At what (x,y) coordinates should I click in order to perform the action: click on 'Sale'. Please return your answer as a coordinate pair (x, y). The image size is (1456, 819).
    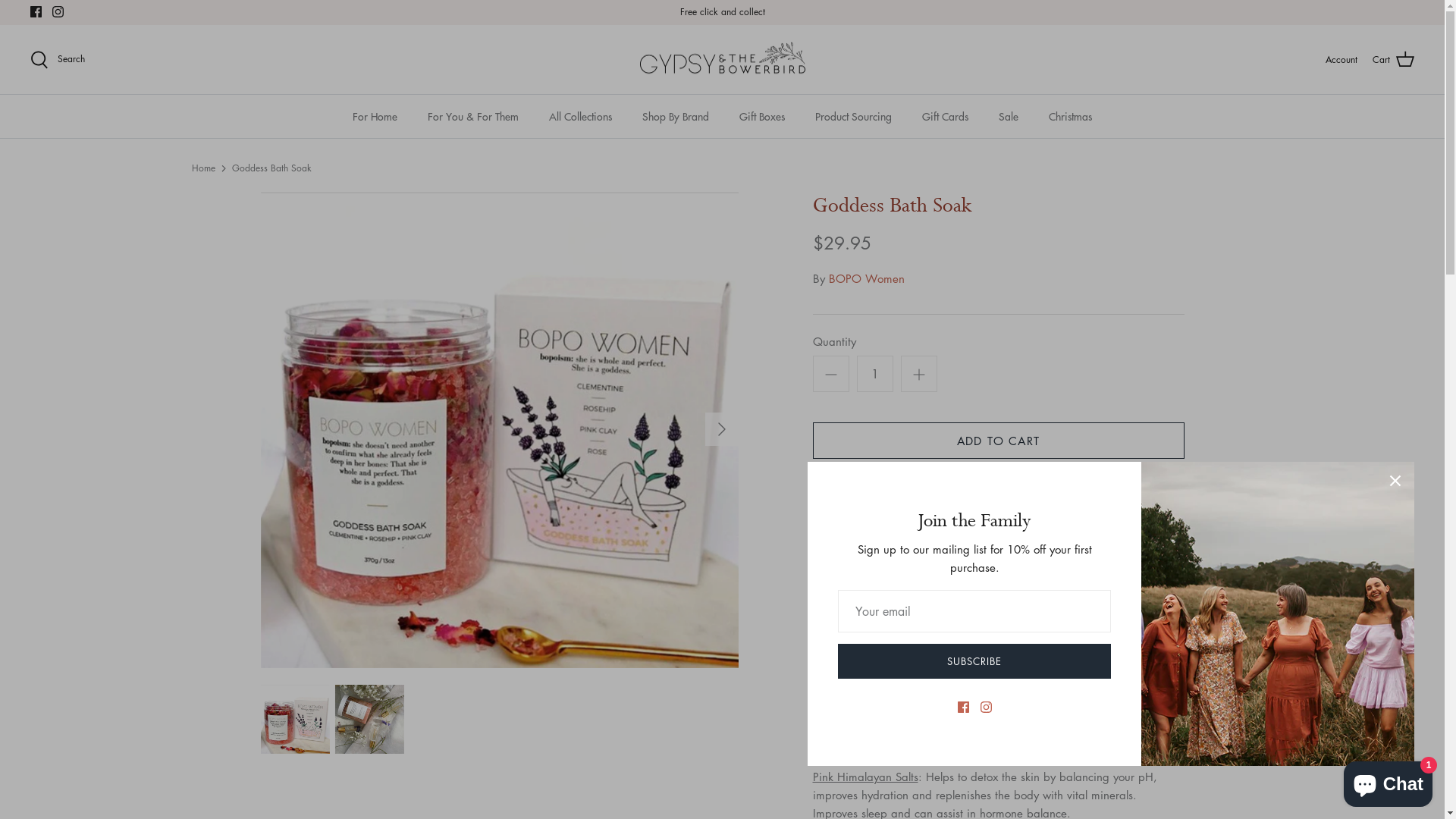
    Looking at the image, I should click on (1008, 115).